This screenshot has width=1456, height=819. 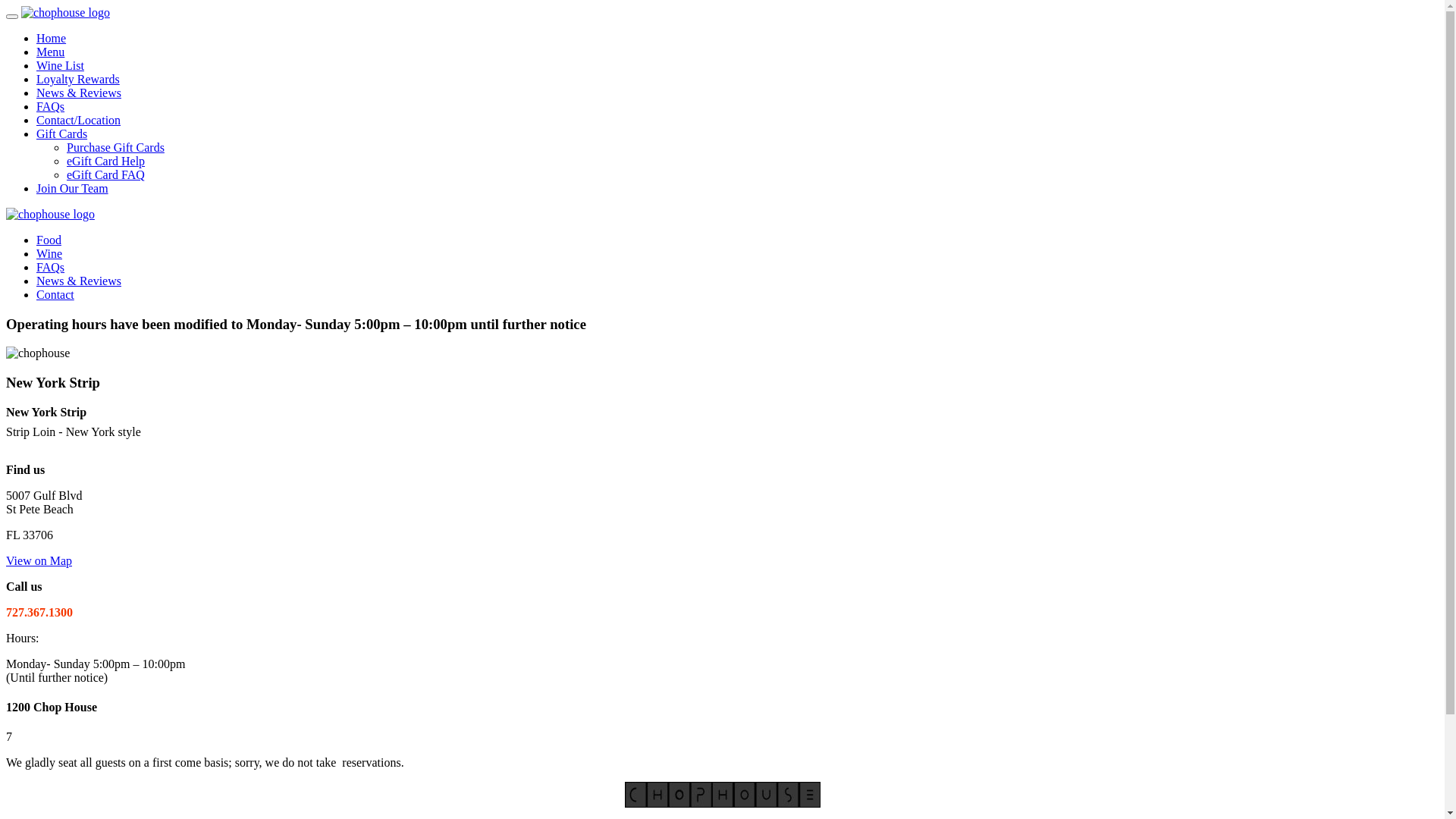 I want to click on 'Contact/Location', so click(x=77, y=119).